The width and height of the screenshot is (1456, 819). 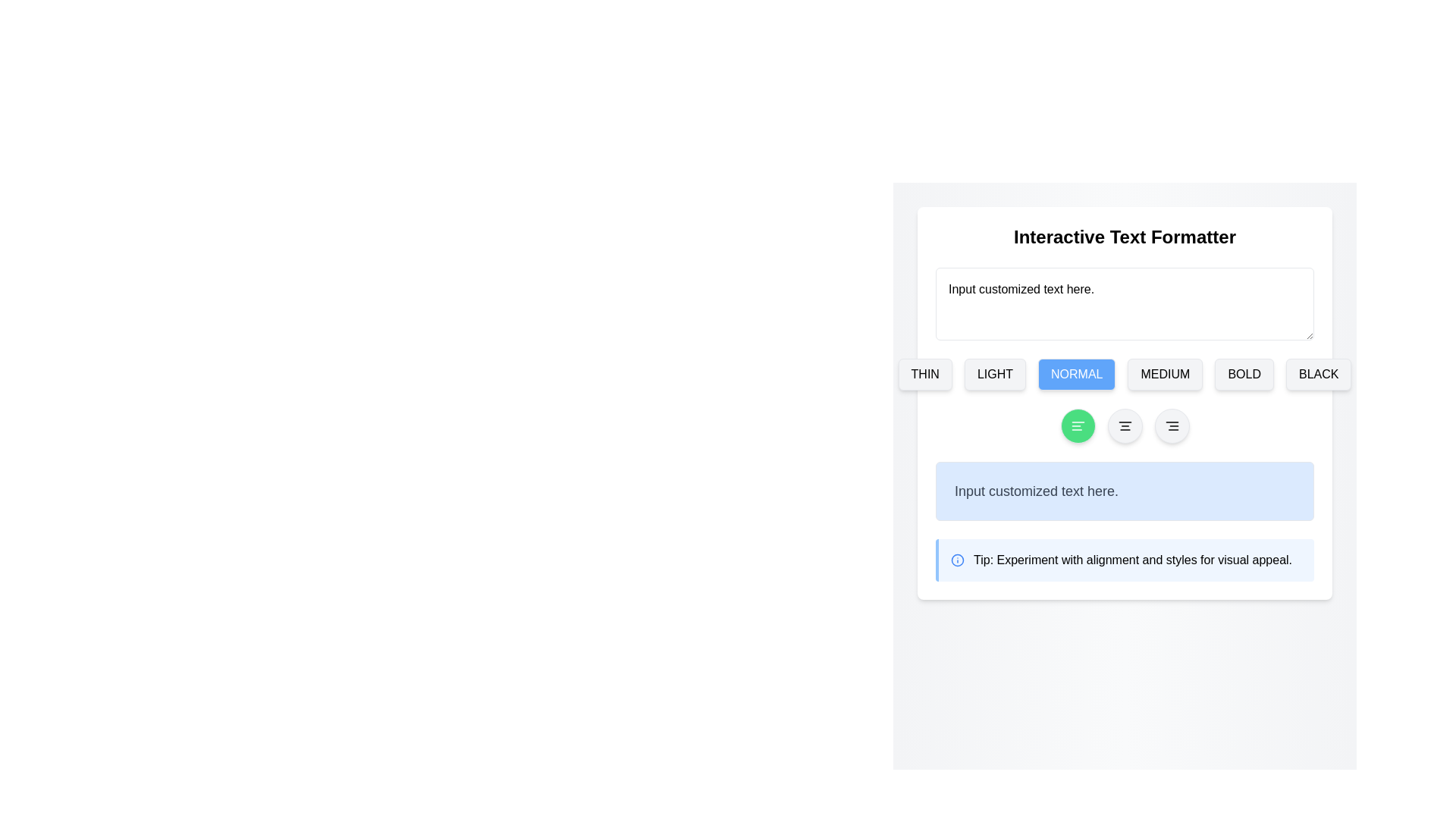 What do you see at coordinates (1164, 374) in the screenshot?
I see `the 'MEDIUM' button, which is the fourth button in a row of six buttons labeled 'THIN', 'LIGHT', 'NORMAL', 'MEDIUM', 'BOLD', and 'BLACK'` at bounding box center [1164, 374].